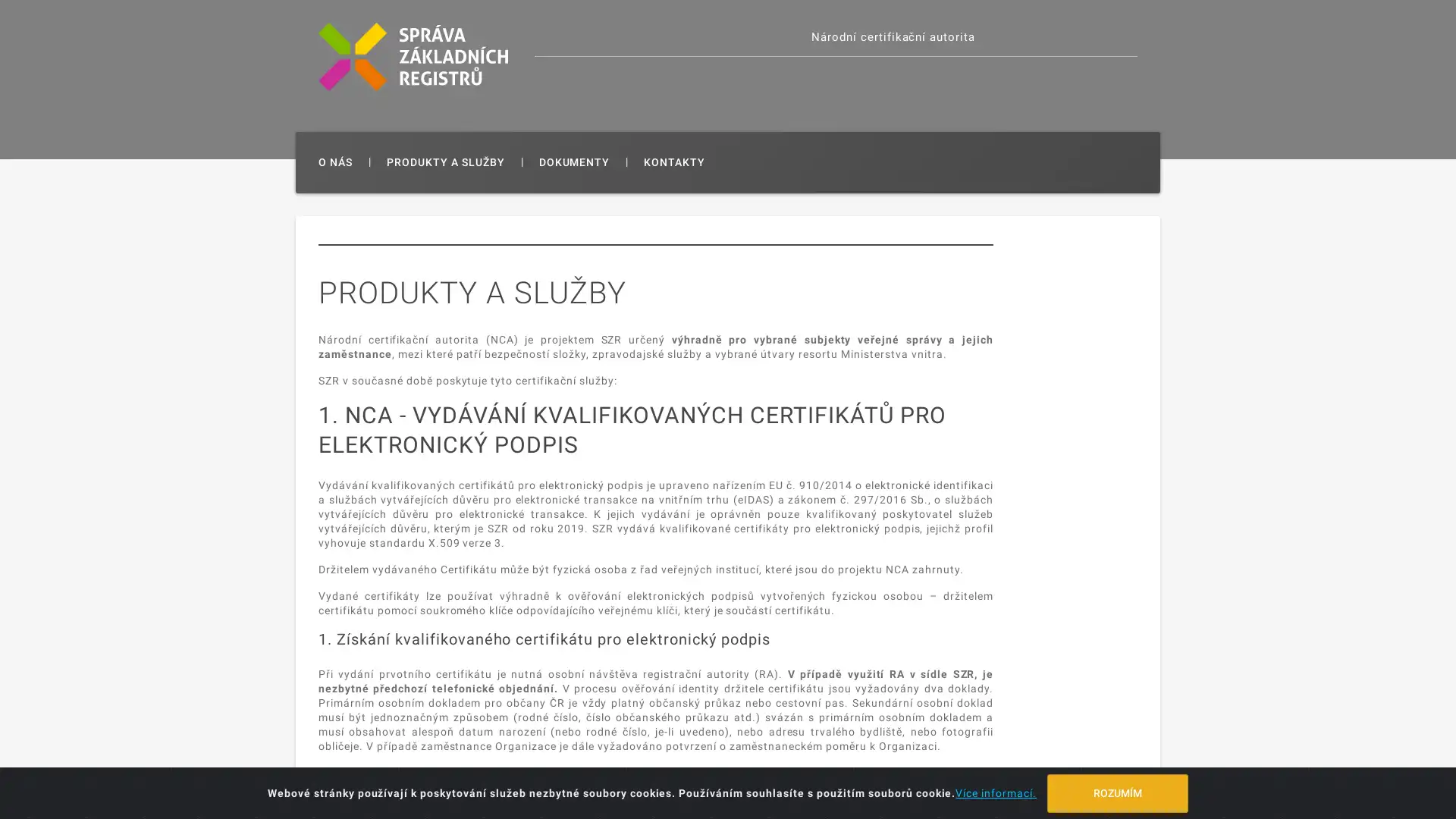 This screenshot has width=1456, height=819. What do you see at coordinates (1117, 792) in the screenshot?
I see `ROZUMIM` at bounding box center [1117, 792].